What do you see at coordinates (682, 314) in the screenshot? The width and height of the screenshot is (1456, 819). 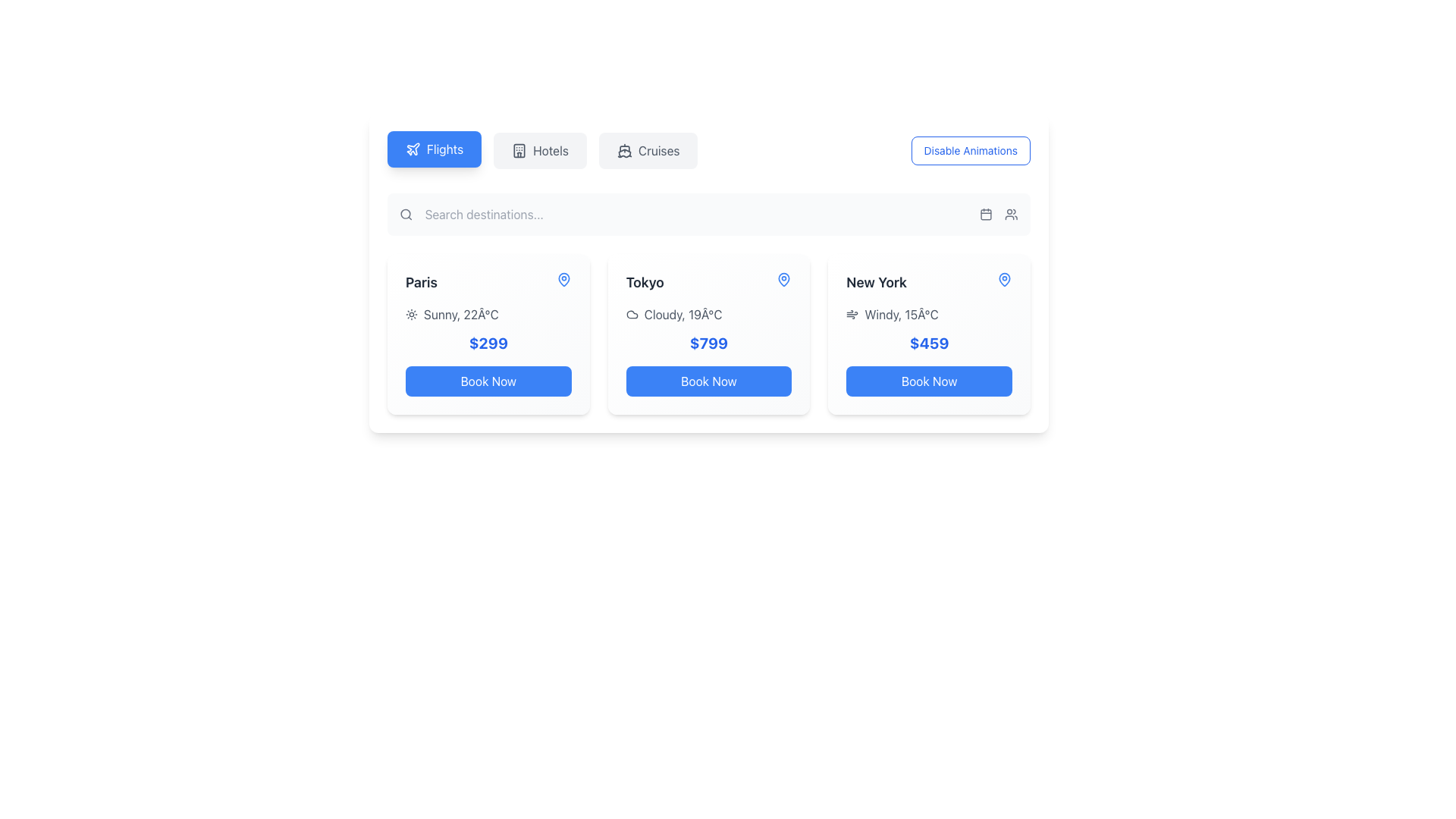 I see `the static text element displaying the weather condition and temperature for Tokyo, which is located in the Tokyo card below the title 'Tokyo' and above the price` at bounding box center [682, 314].